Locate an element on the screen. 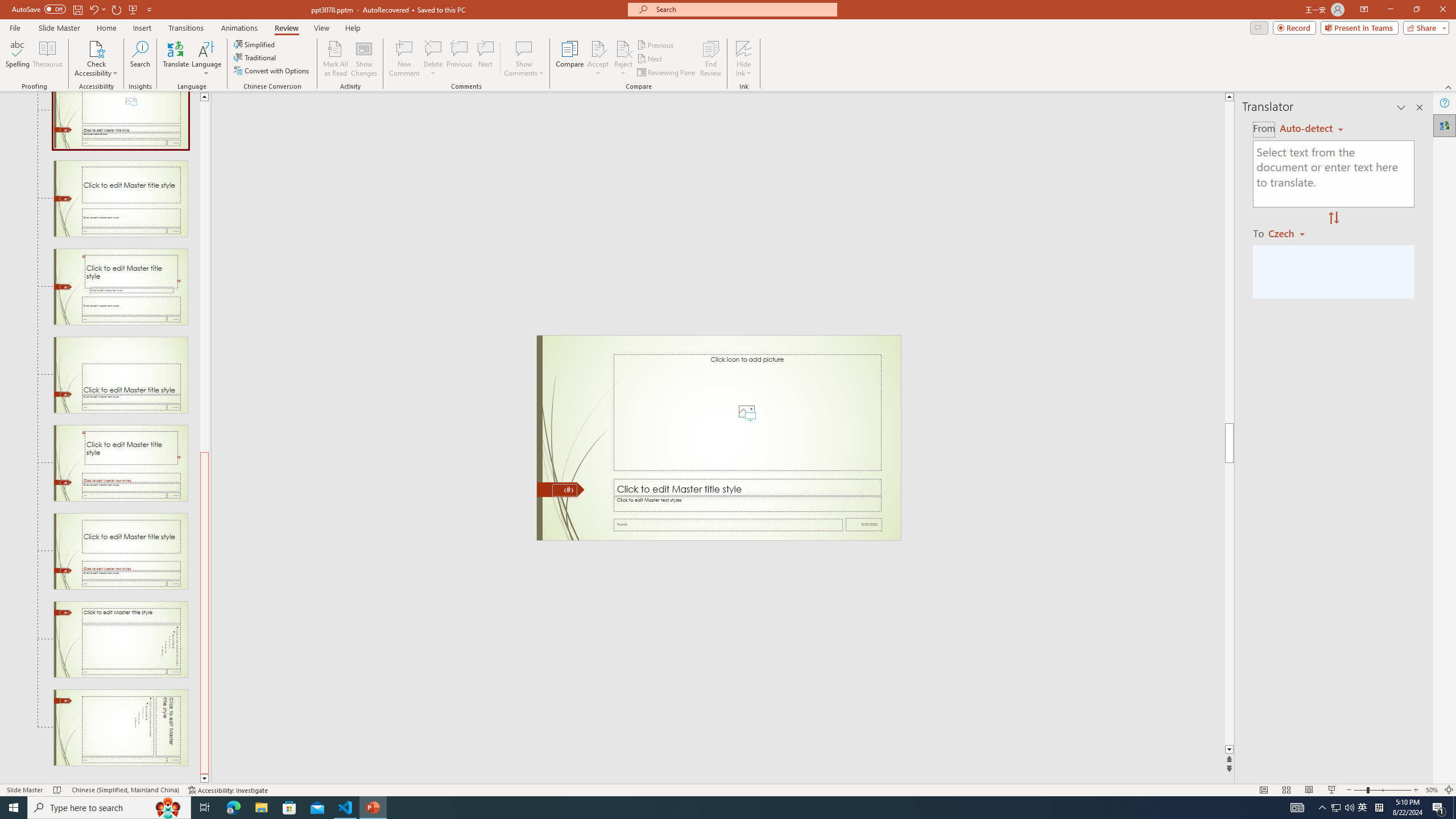  'Compare' is located at coordinates (570, 59).